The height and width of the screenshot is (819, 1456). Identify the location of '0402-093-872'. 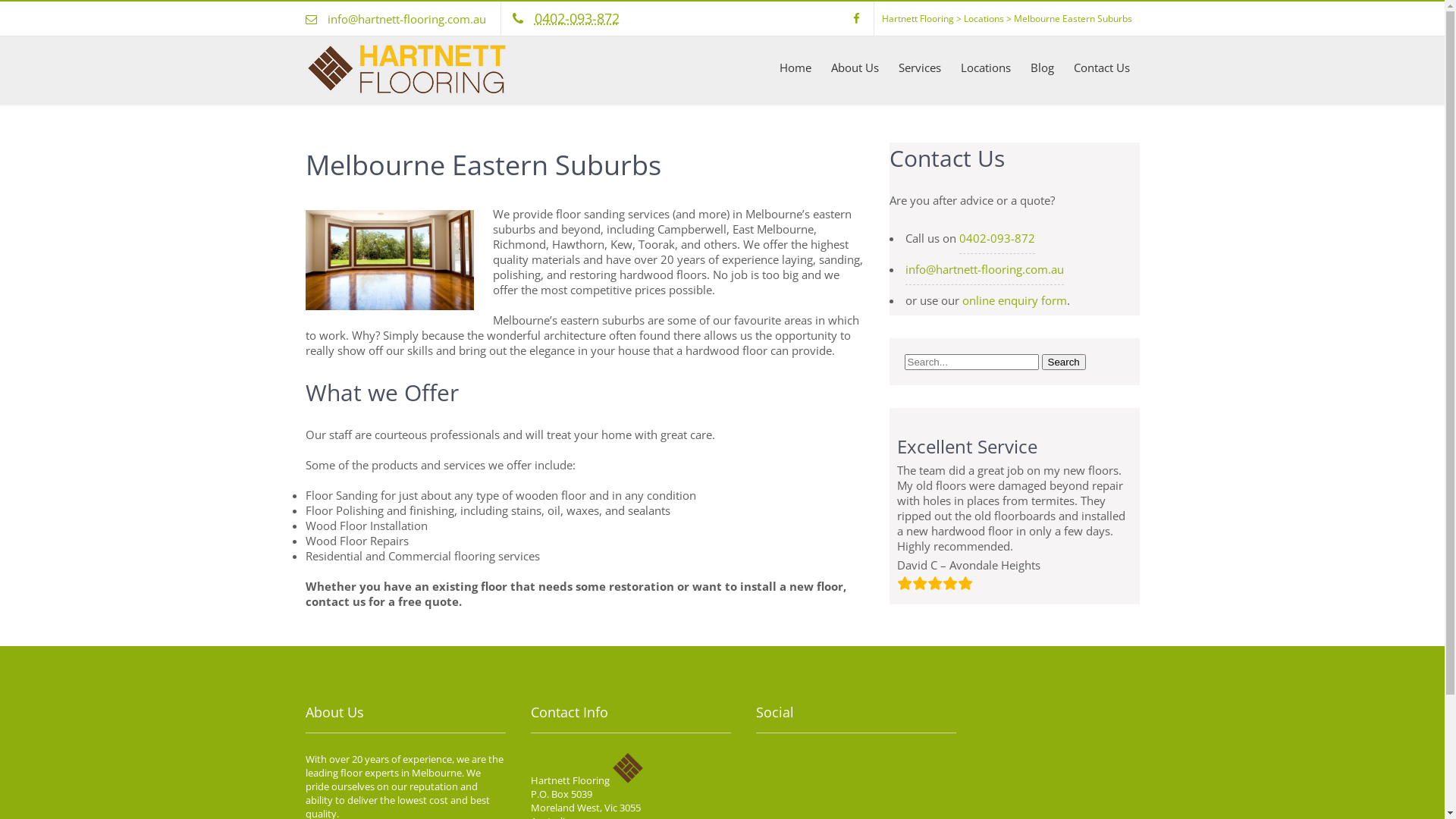
(996, 238).